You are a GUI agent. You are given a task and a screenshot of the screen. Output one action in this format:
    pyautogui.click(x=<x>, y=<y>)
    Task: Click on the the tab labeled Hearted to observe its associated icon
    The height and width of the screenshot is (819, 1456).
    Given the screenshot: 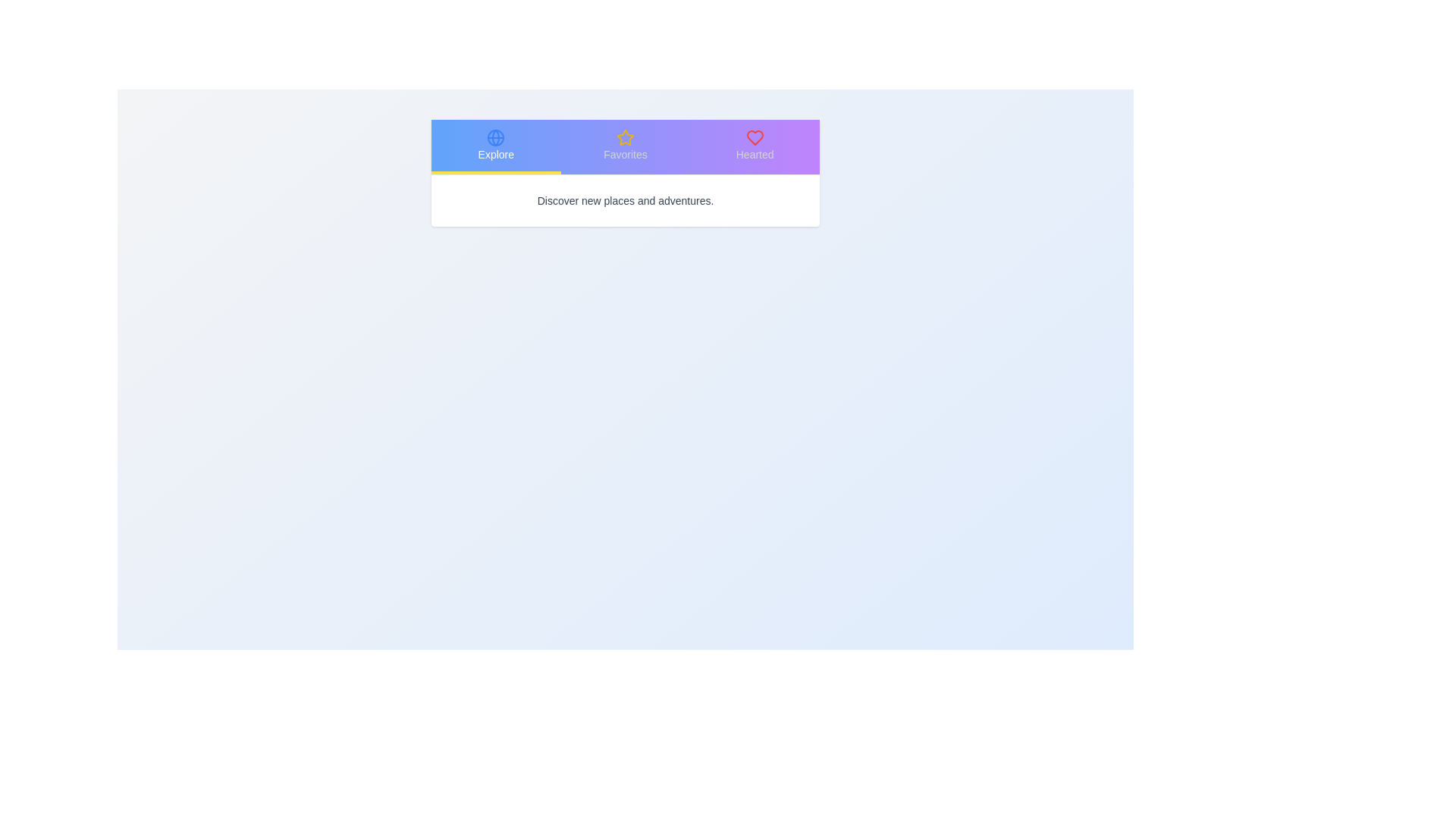 What is the action you would take?
    pyautogui.click(x=755, y=146)
    